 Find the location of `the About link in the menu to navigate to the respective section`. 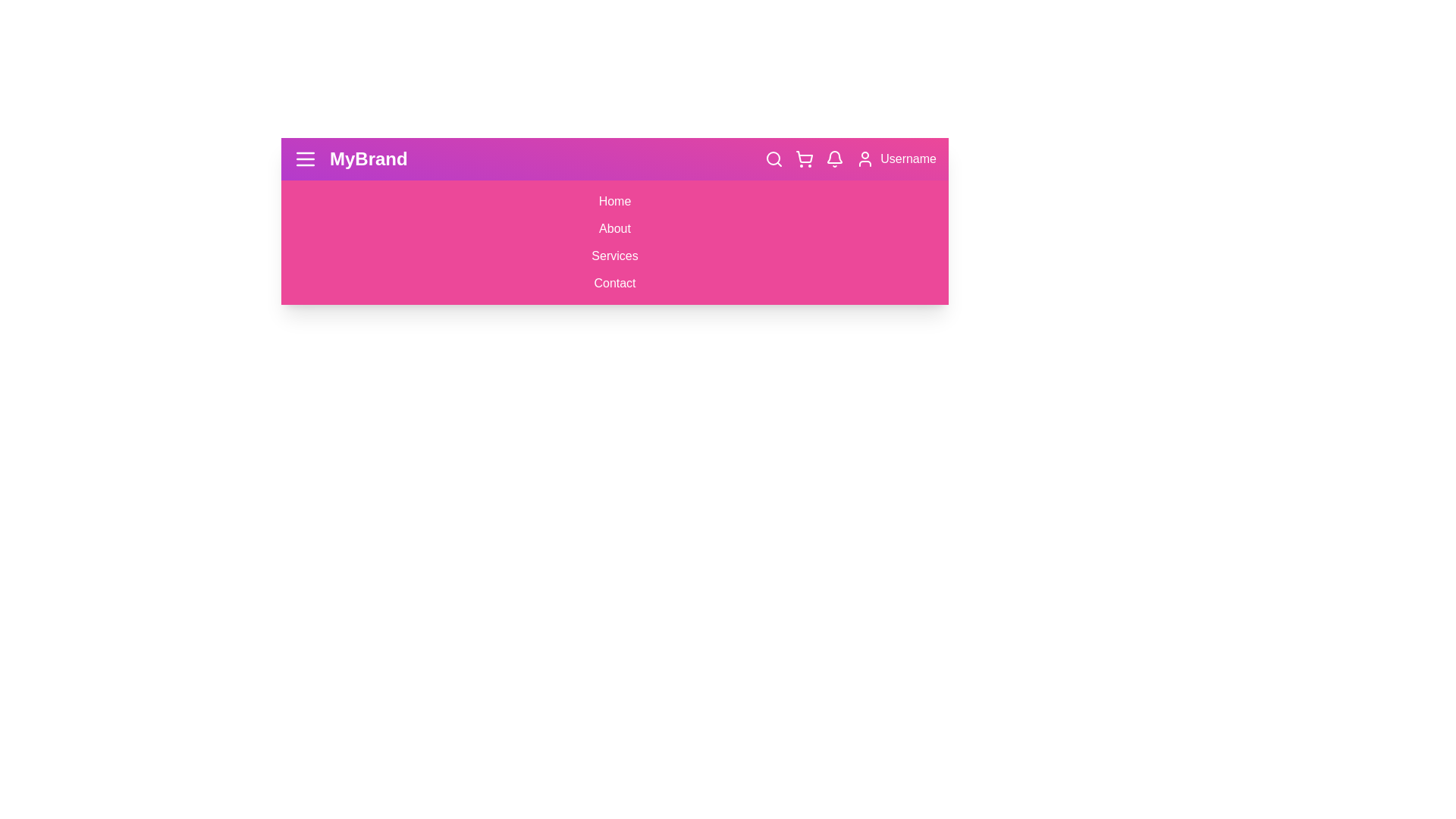

the About link in the menu to navigate to the respective section is located at coordinates (615, 228).